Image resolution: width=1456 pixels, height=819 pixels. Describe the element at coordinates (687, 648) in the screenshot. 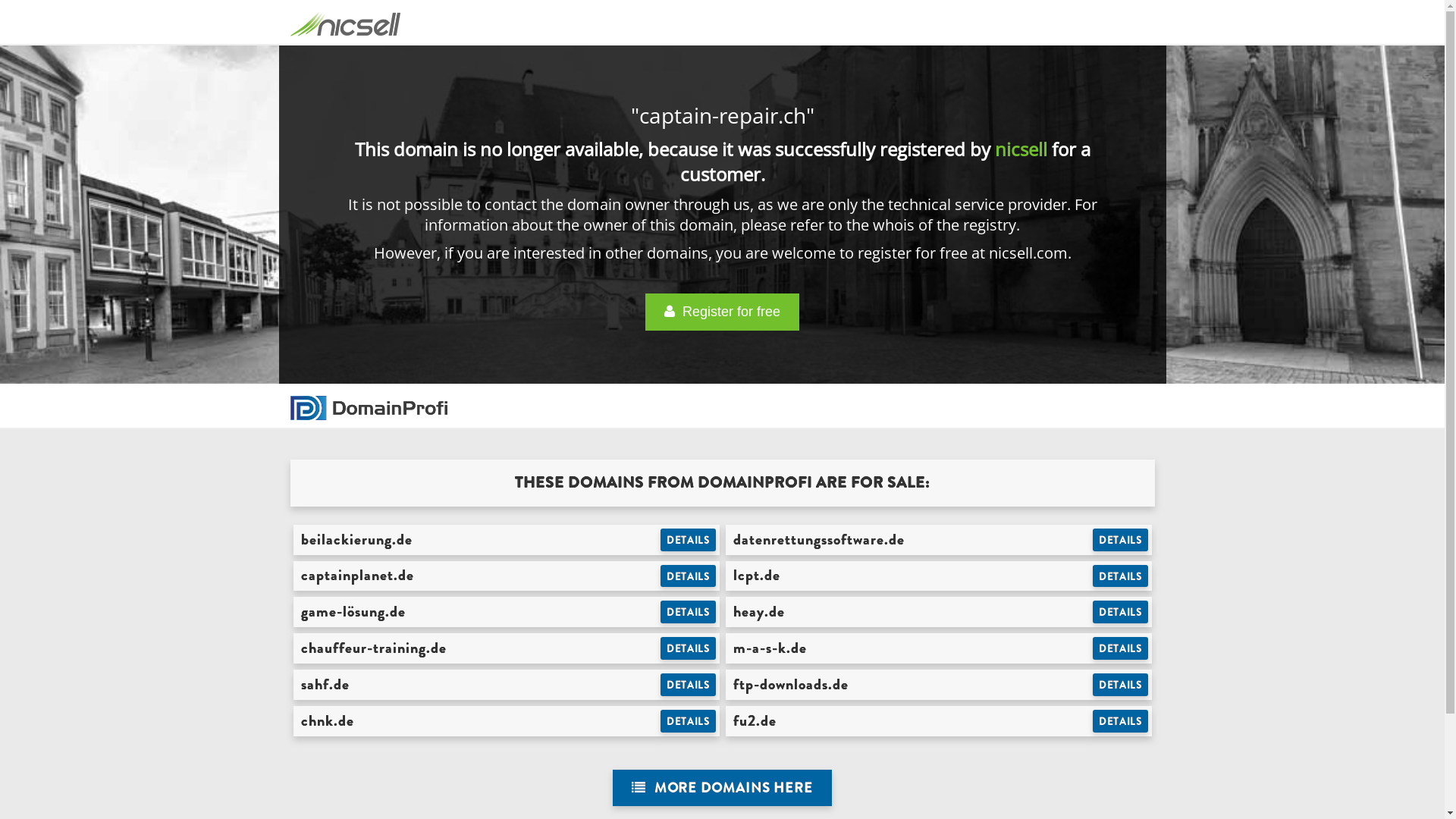

I see `'DETAILS'` at that location.